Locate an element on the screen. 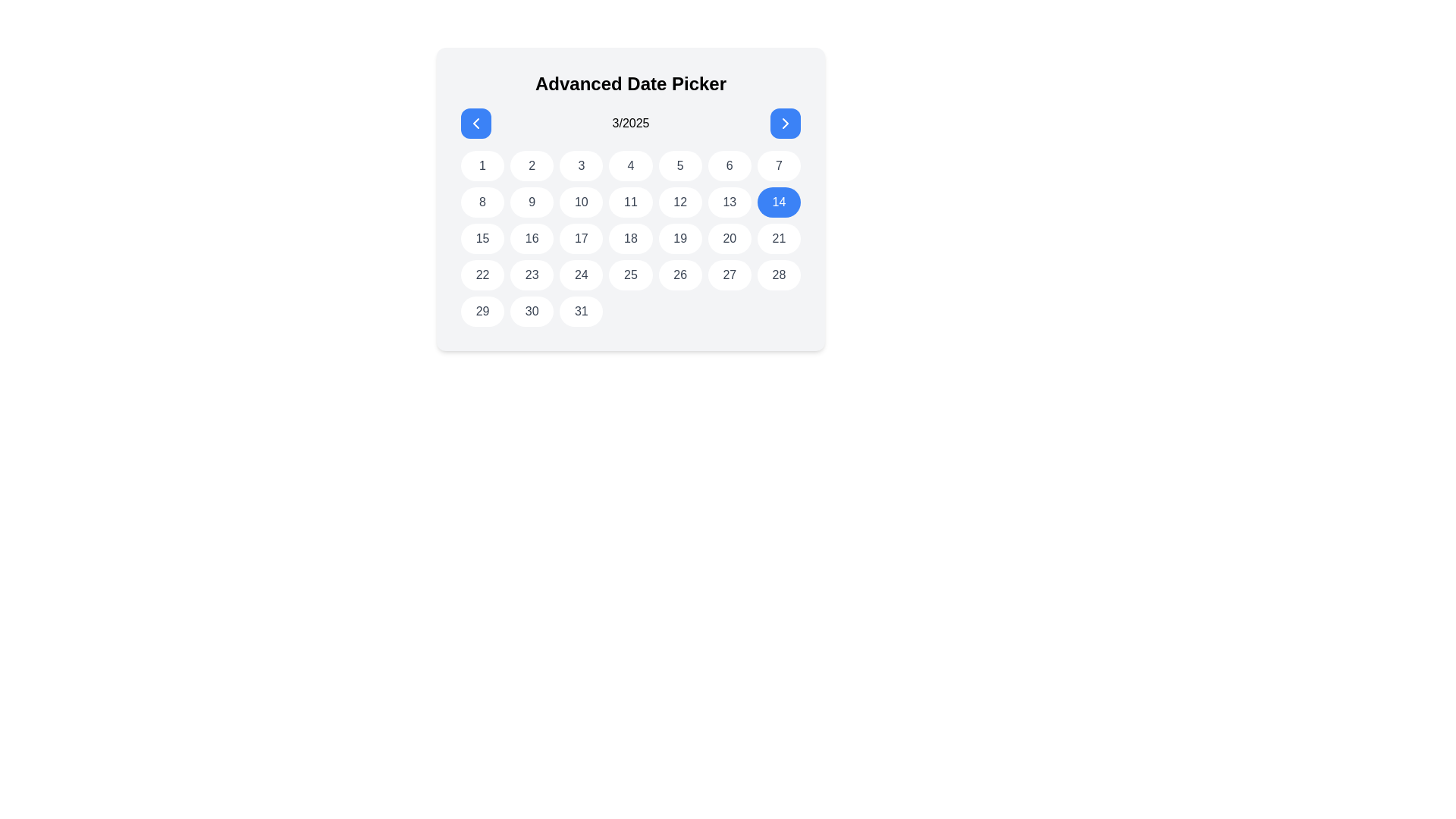 Image resolution: width=1456 pixels, height=819 pixels. the static date display element located between the navigation arrows in the calendar component, which shows the currently displayed month and year is located at coordinates (630, 122).